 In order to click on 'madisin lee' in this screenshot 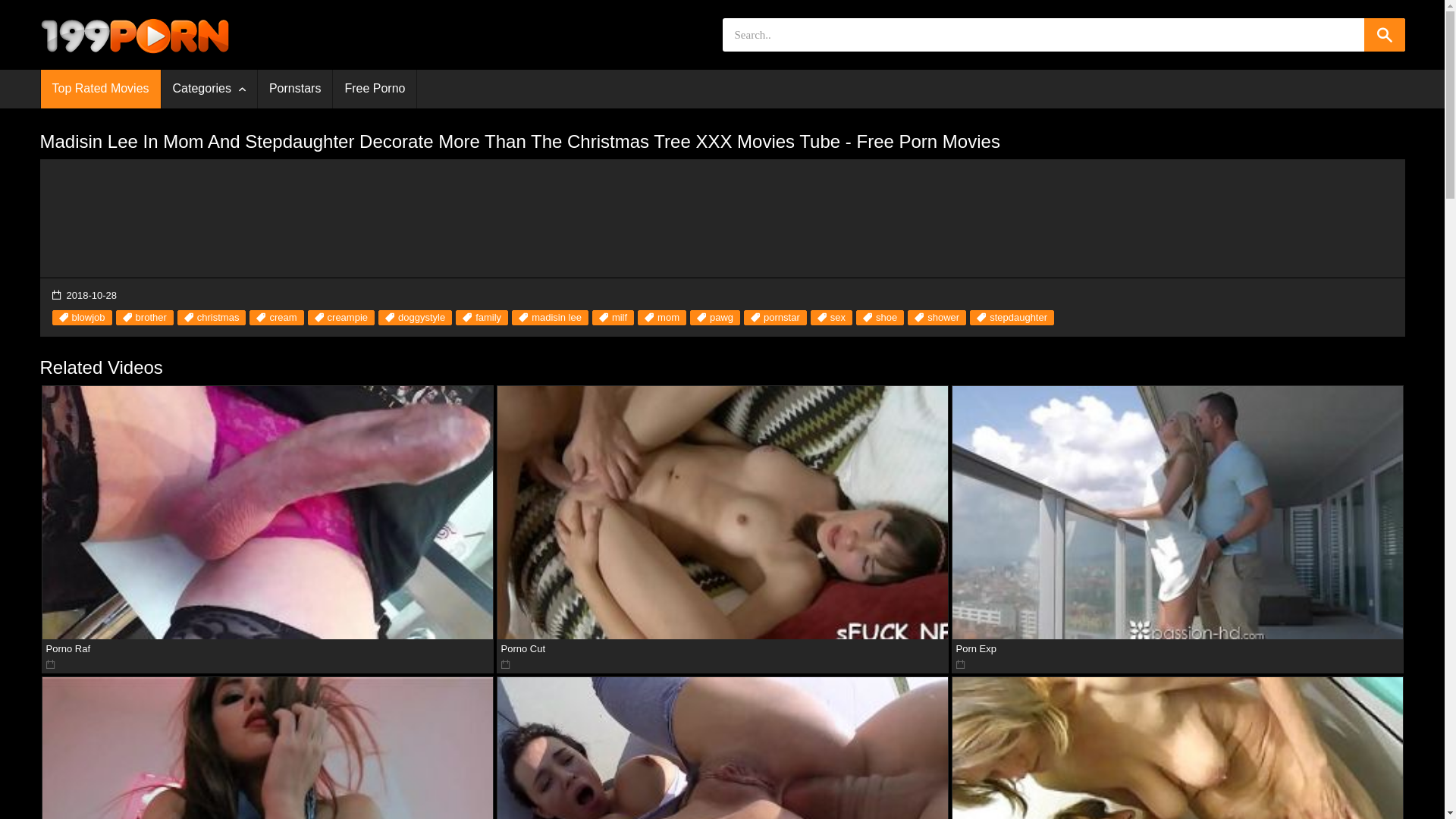, I will do `click(549, 317)`.